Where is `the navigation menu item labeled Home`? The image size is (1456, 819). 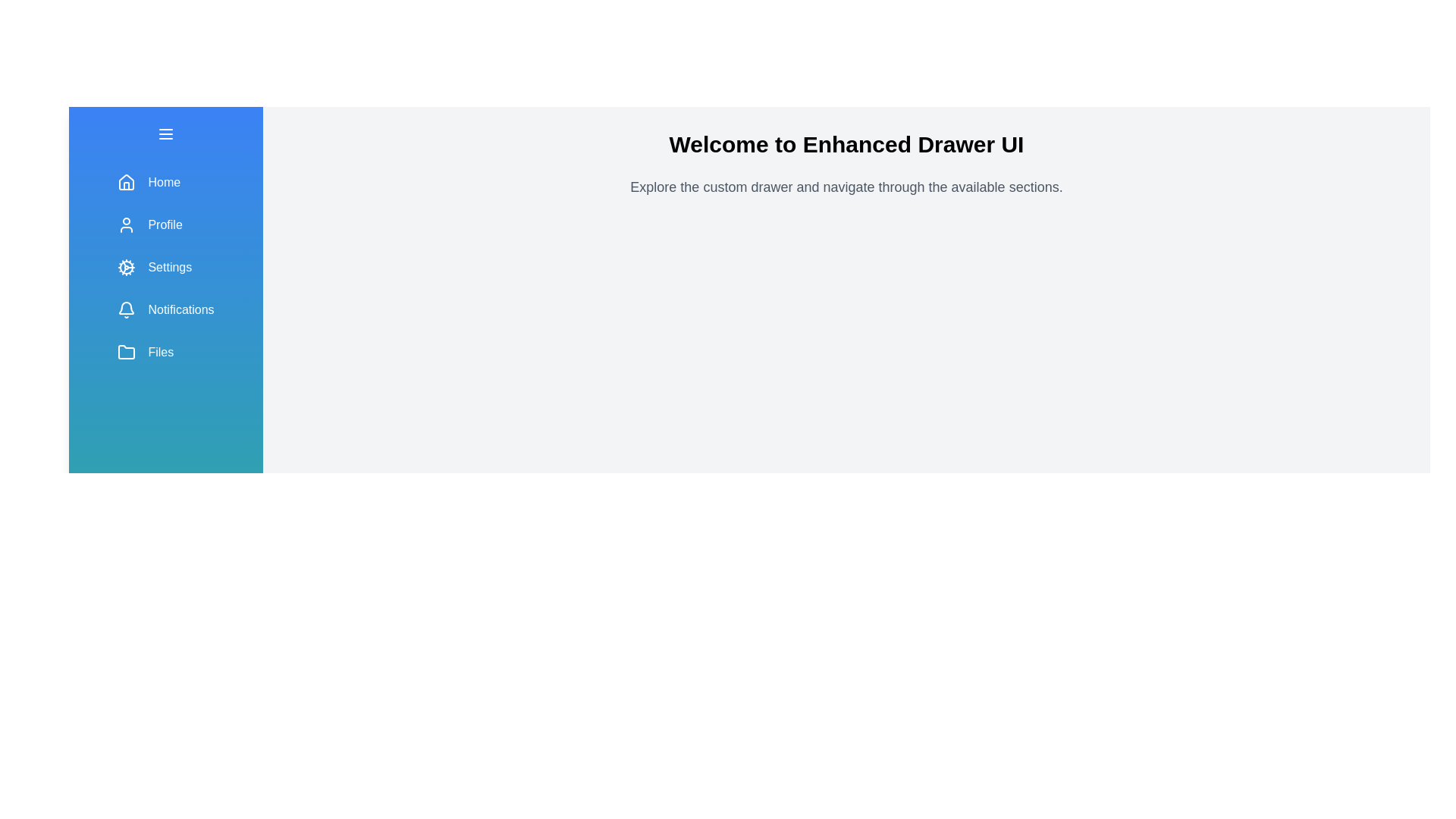 the navigation menu item labeled Home is located at coordinates (166, 181).